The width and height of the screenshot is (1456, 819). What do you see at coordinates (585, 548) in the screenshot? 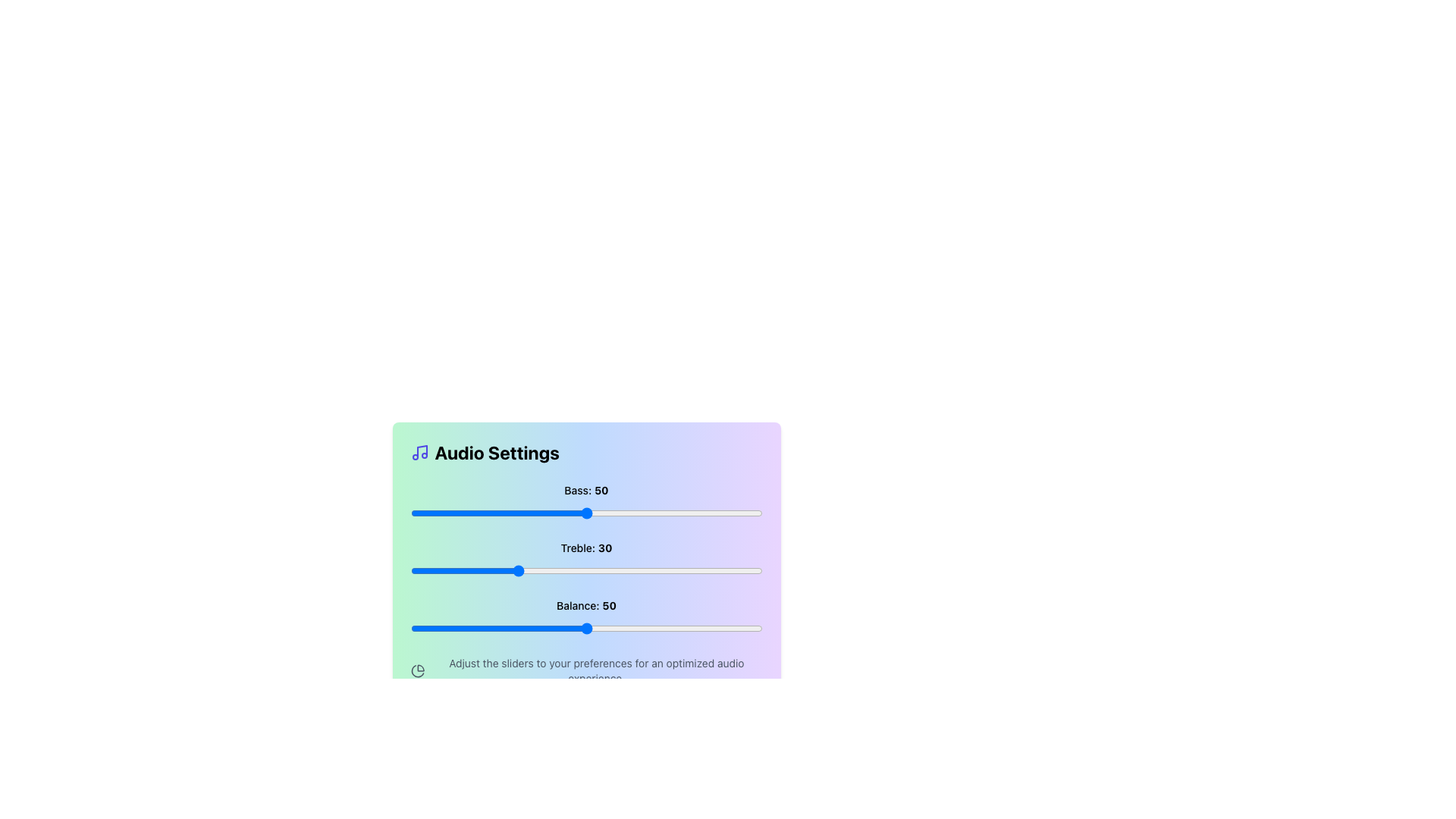
I see `the 'Treble' text label which indicates the current value of '30', positioned between the 'Bass: 50' label above and 'Balance: 50' label below` at bounding box center [585, 548].